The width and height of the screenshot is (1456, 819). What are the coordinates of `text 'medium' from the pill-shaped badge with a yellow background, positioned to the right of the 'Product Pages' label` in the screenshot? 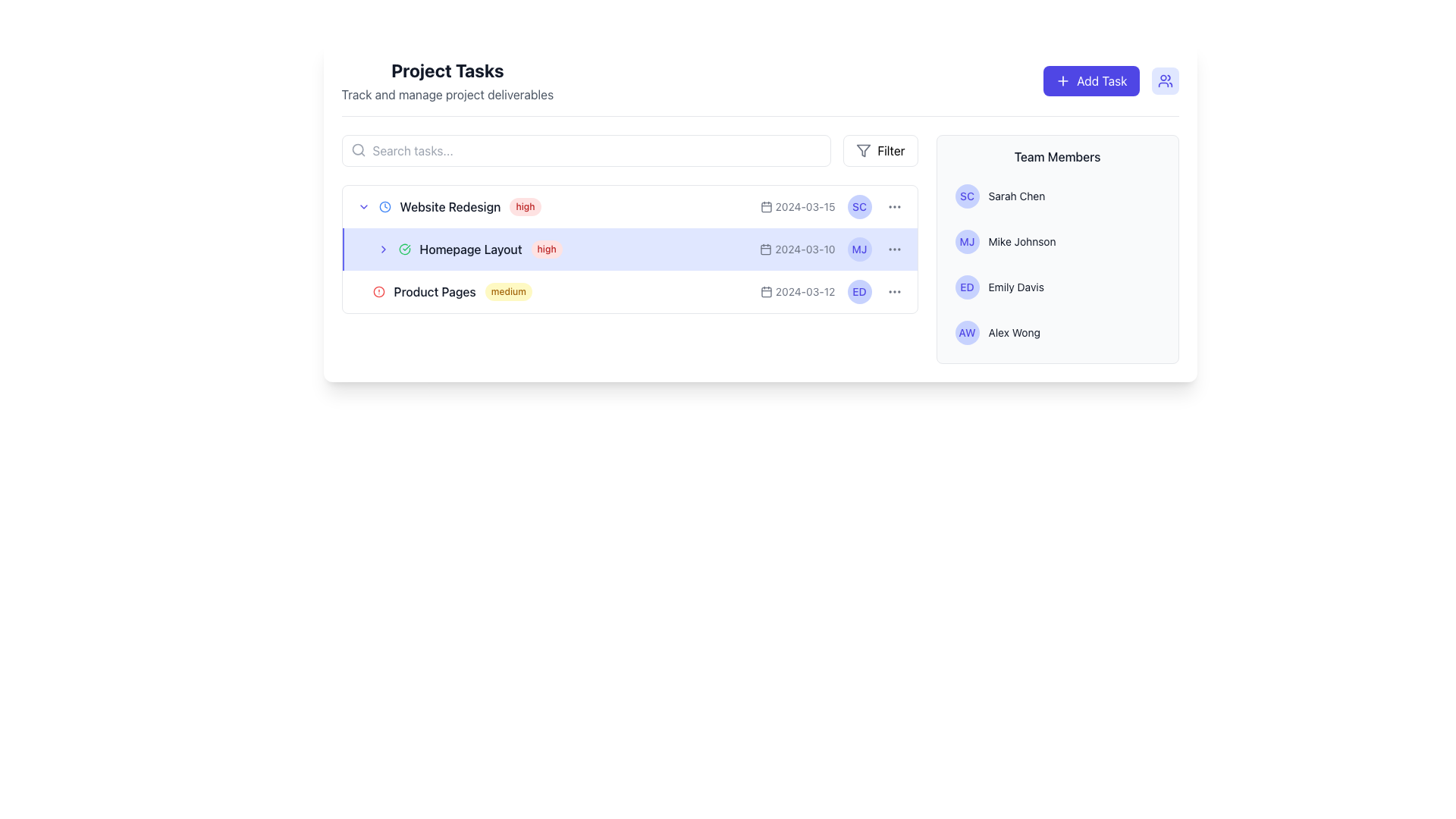 It's located at (508, 292).